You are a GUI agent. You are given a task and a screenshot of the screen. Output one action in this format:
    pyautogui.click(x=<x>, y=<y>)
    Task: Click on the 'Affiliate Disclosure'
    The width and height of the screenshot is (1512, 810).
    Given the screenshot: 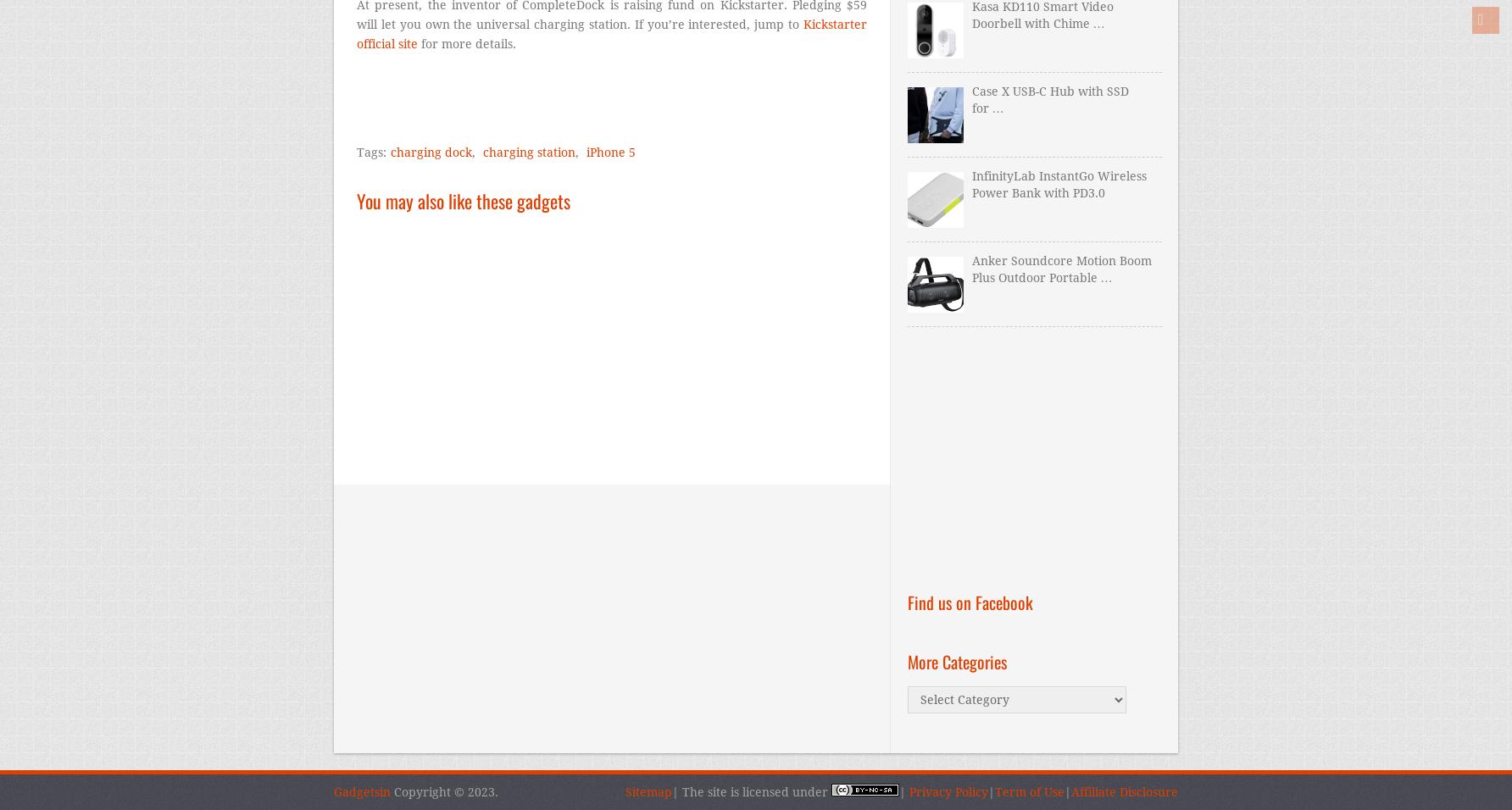 What is the action you would take?
    pyautogui.click(x=1123, y=791)
    